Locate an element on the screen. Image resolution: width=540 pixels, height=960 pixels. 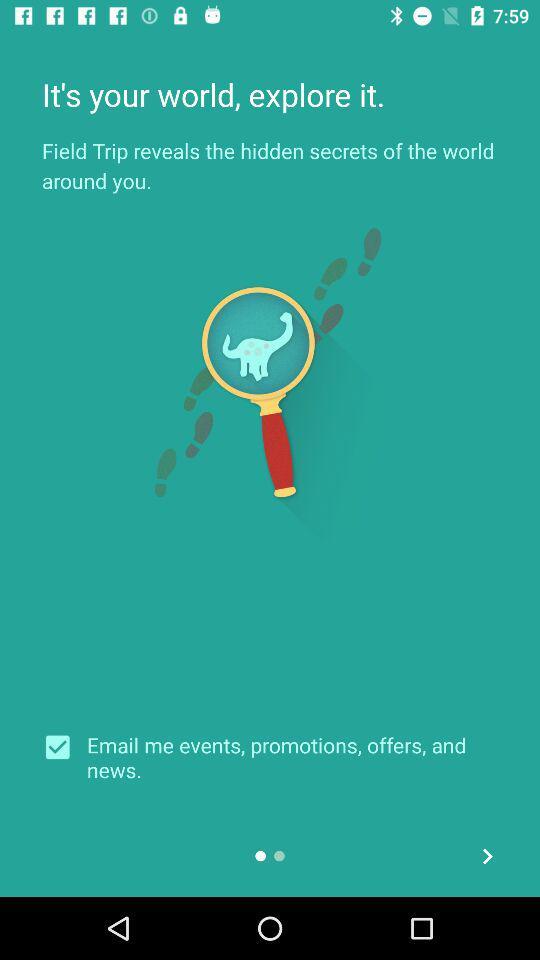
app to the left of the email me events icon is located at coordinates (64, 746).